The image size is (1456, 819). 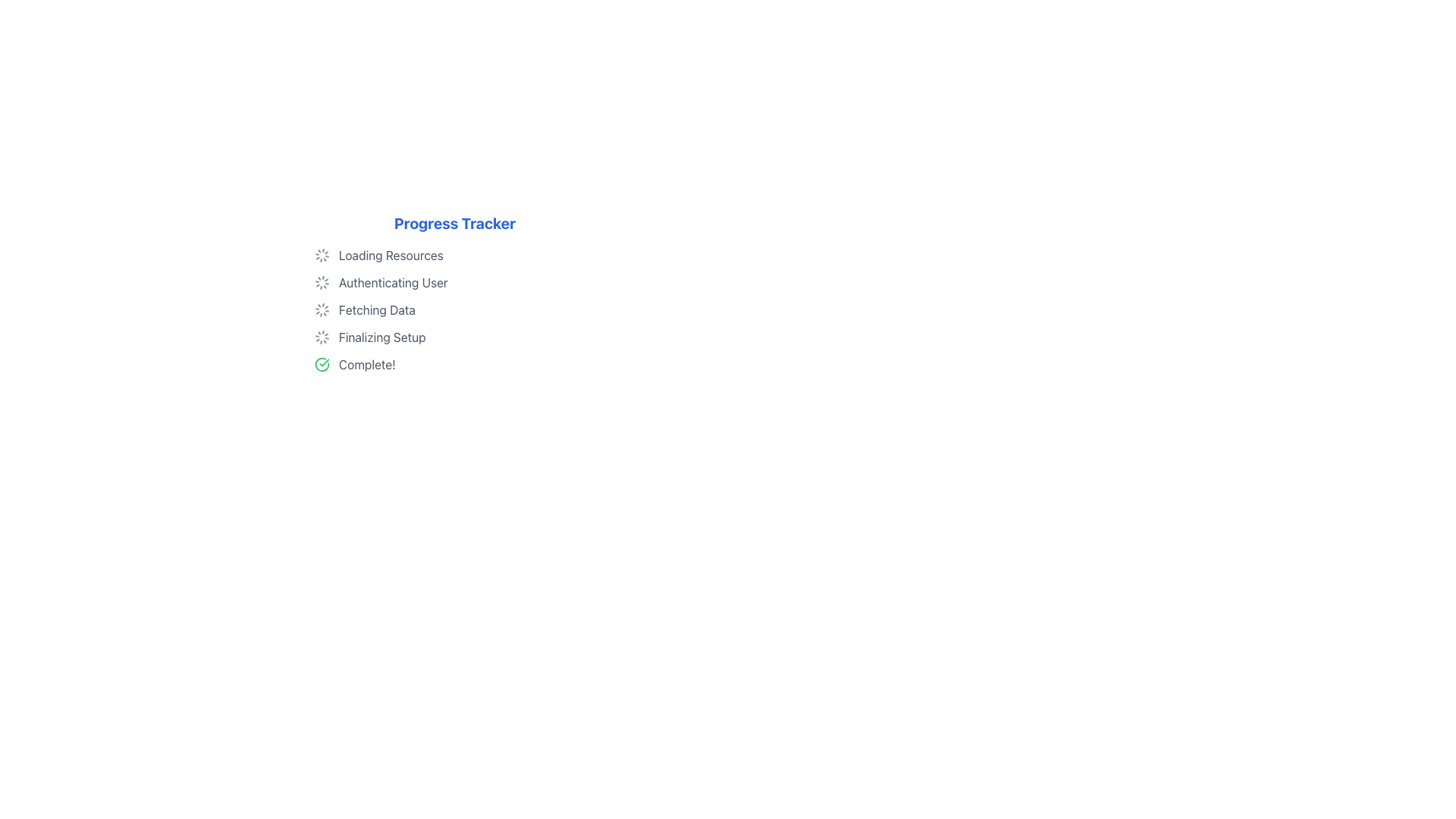 What do you see at coordinates (382, 336) in the screenshot?
I see `text from the fourth item in the vertical list of progress steps, which is located beneath the 'Fetching Data' label and above the 'Complete!' step` at bounding box center [382, 336].